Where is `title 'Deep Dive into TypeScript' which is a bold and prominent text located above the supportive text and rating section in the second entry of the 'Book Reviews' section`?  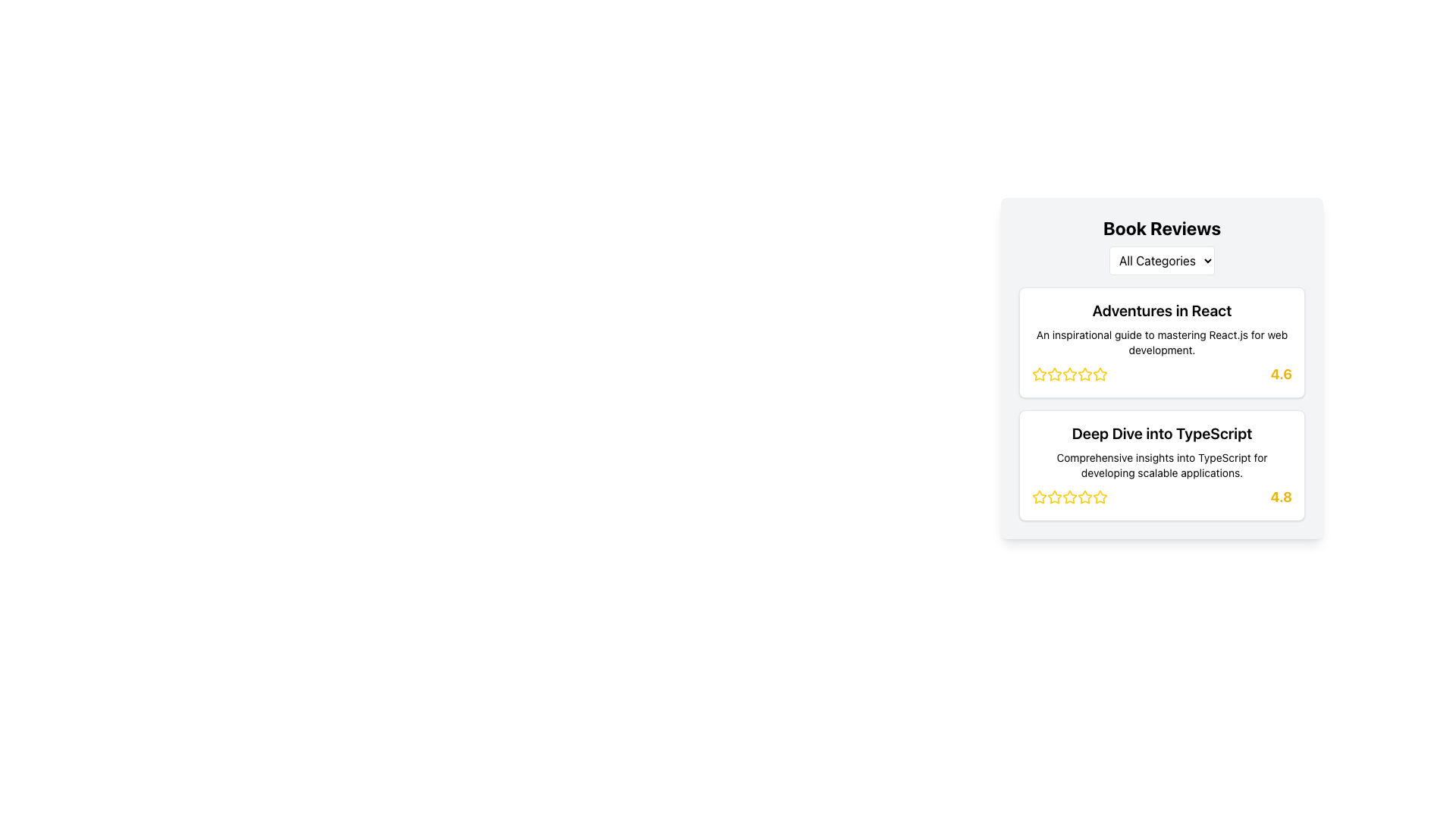 title 'Deep Dive into TypeScript' which is a bold and prominent text located above the supportive text and rating section in the second entry of the 'Book Reviews' section is located at coordinates (1161, 433).